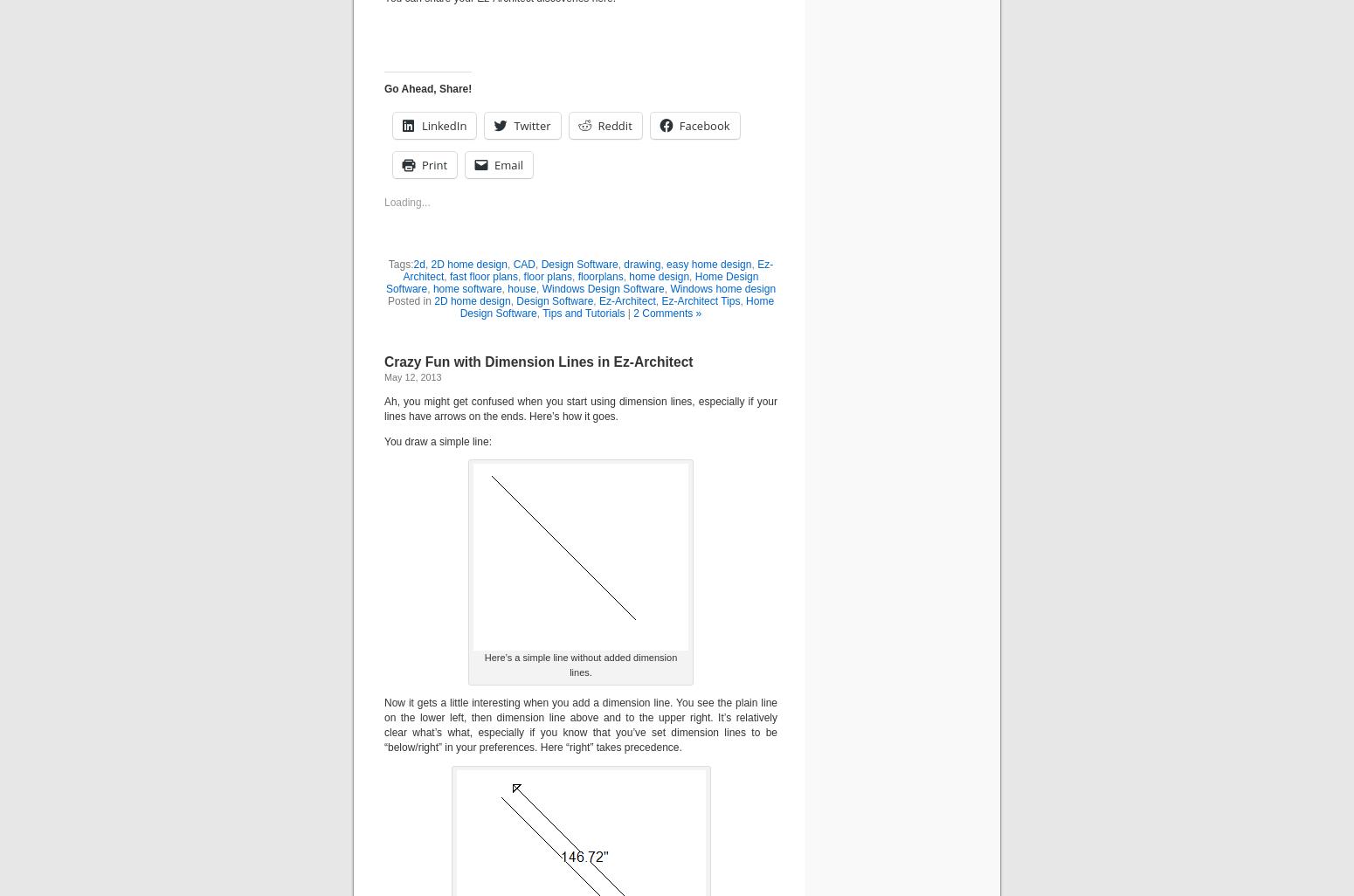  I want to click on 'LinkedIn', so click(443, 125).